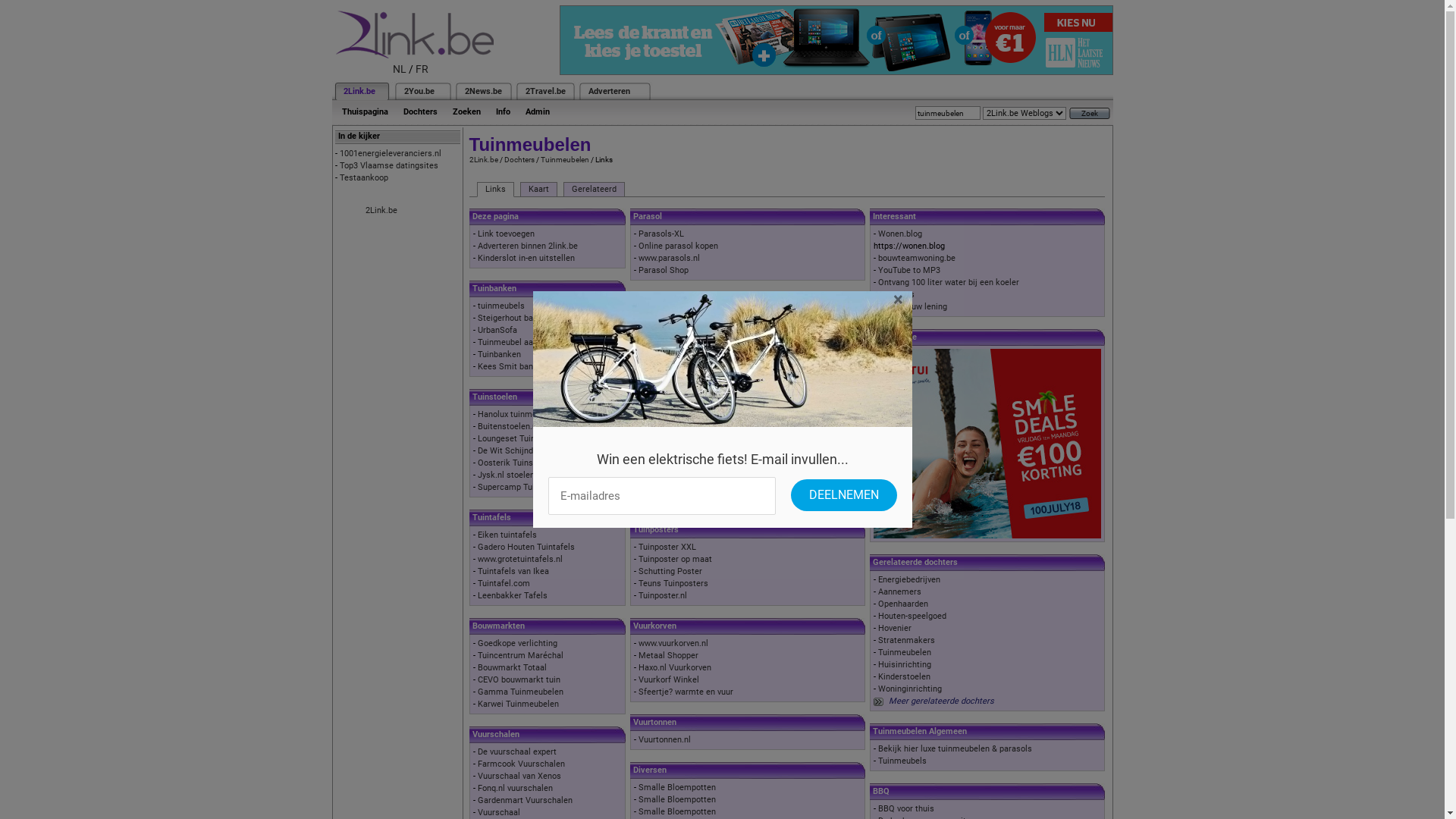 The height and width of the screenshot is (819, 1456). What do you see at coordinates (364, 111) in the screenshot?
I see `'Thuispagina'` at bounding box center [364, 111].